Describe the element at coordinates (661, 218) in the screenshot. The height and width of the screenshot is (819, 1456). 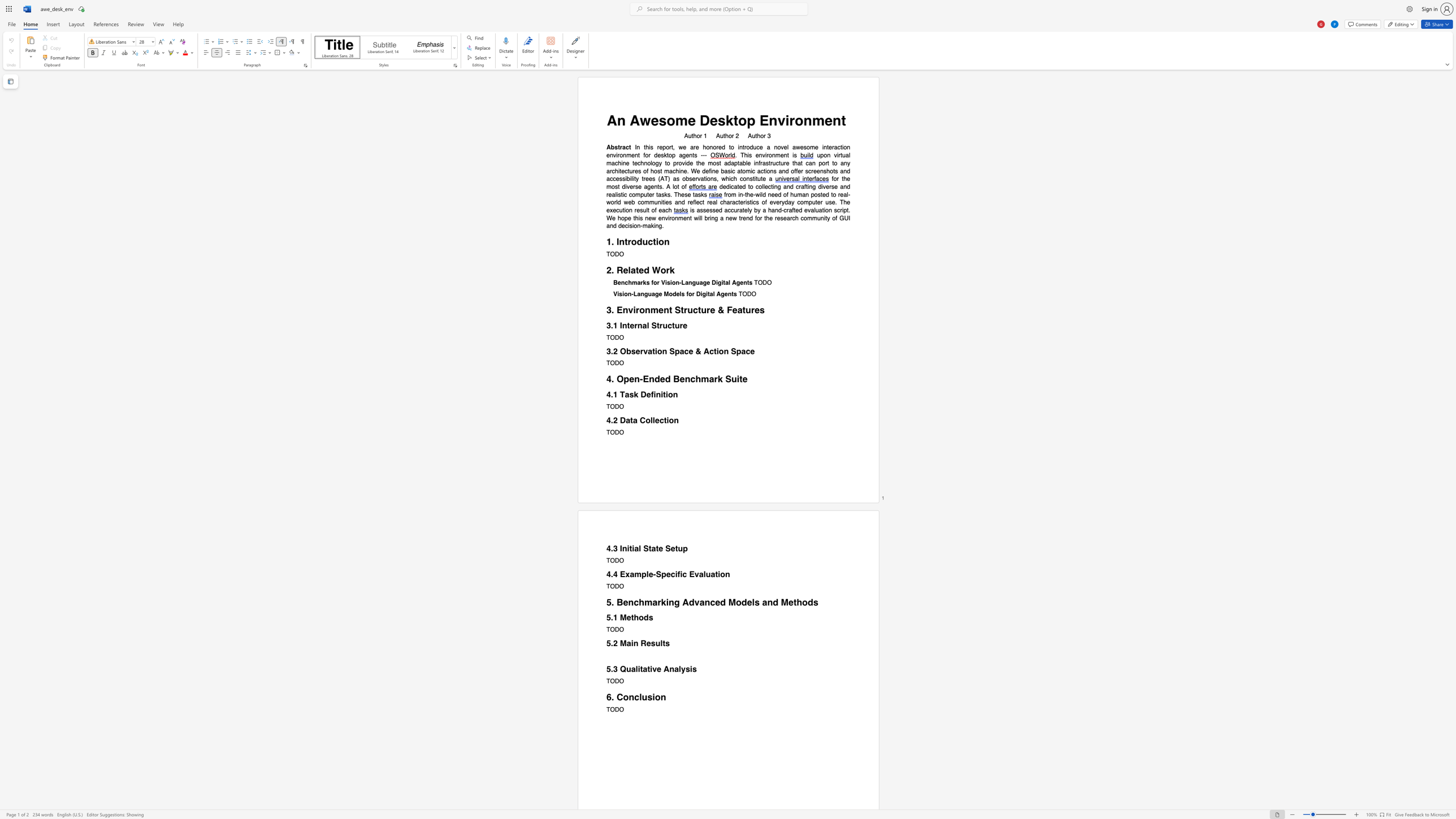
I see `the subset text "nviro" within the text "new environment"` at that location.